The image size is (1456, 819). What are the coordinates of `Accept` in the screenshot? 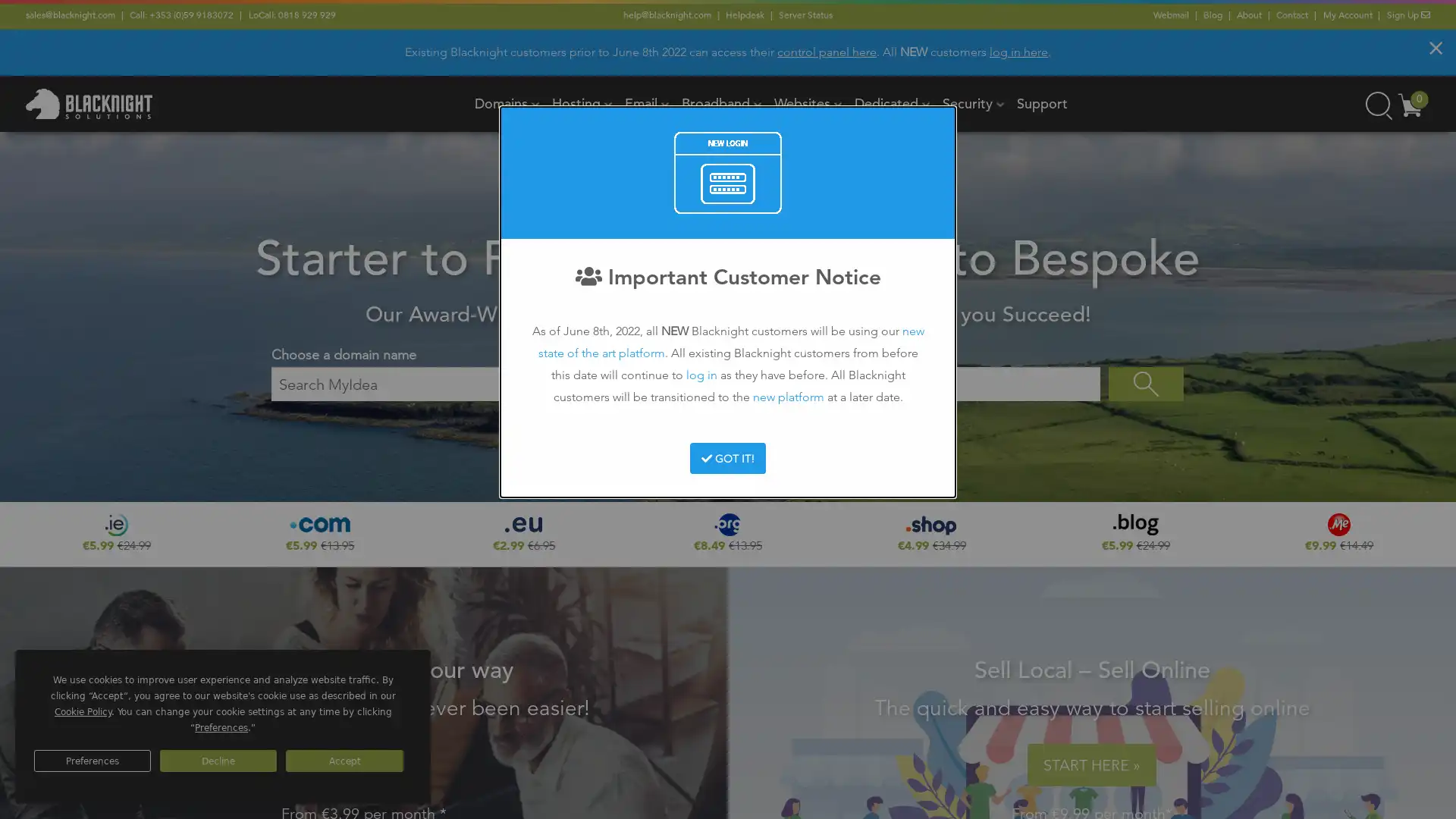 It's located at (344, 761).